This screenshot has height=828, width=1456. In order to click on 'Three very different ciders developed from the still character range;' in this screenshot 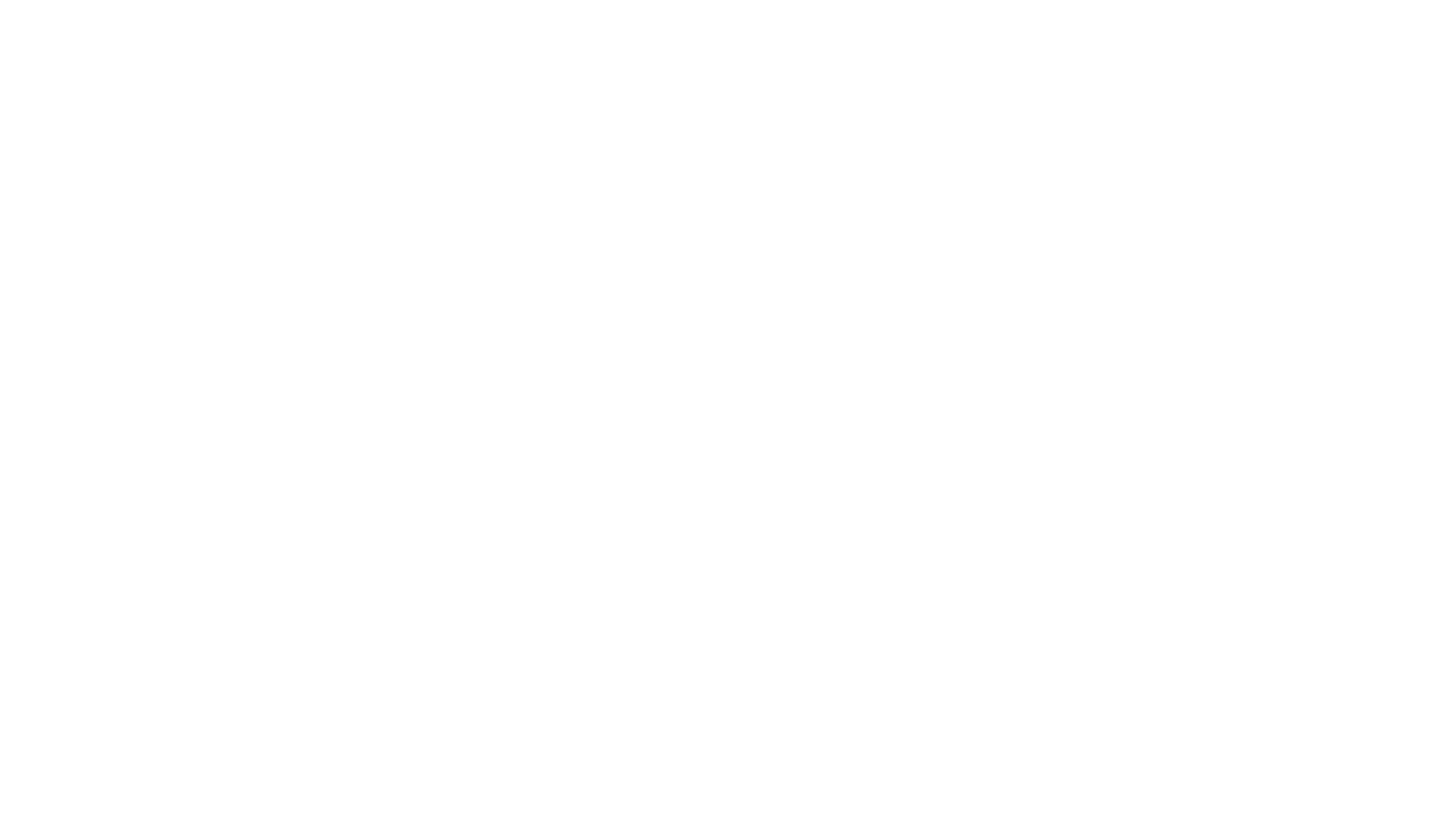, I will do `click(482, 155)`.